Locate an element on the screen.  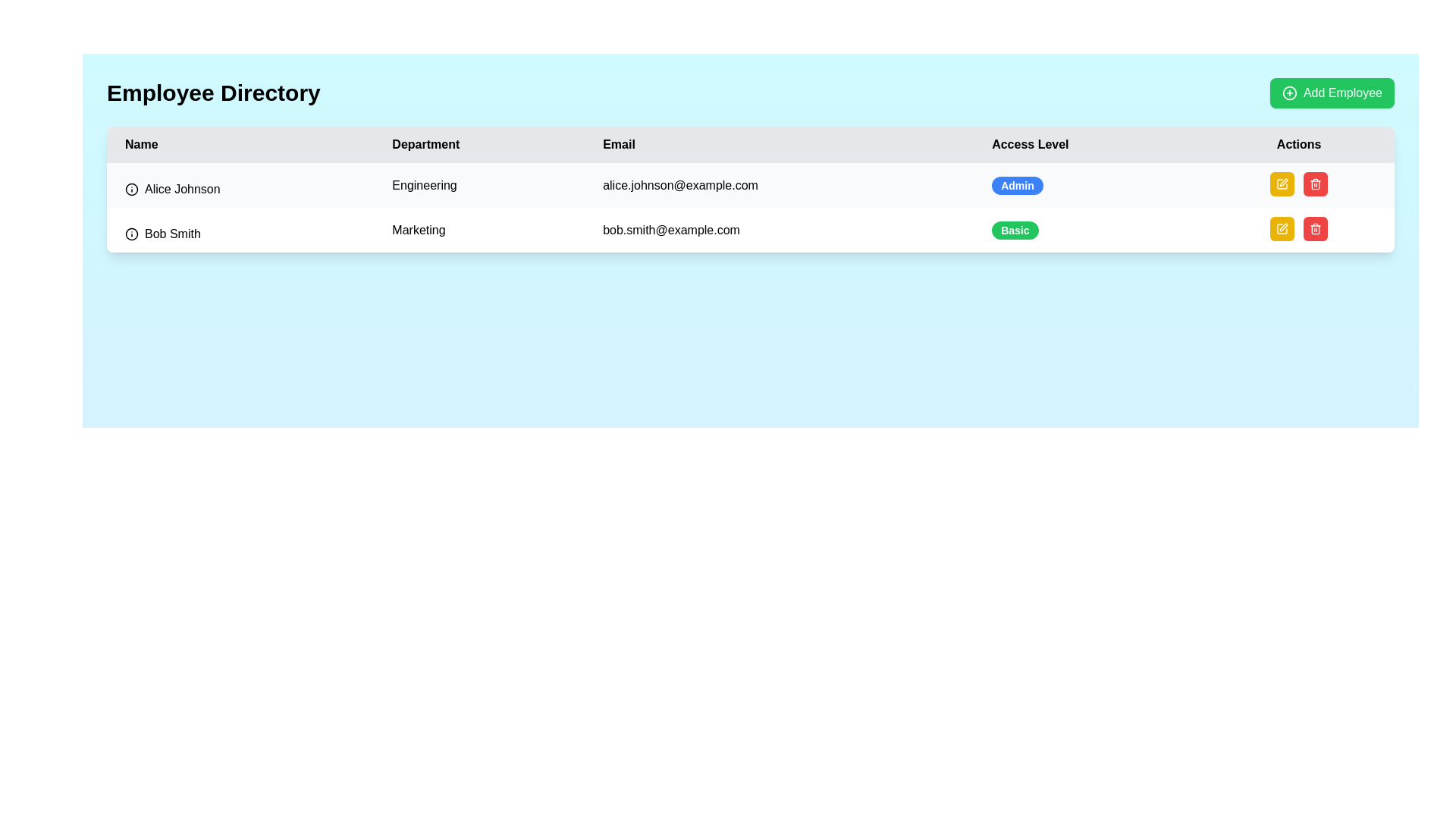
the 'Access Level' label indicating the permissions for 'Bob Smith' in the second row of the employee directory table is located at coordinates (1015, 230).